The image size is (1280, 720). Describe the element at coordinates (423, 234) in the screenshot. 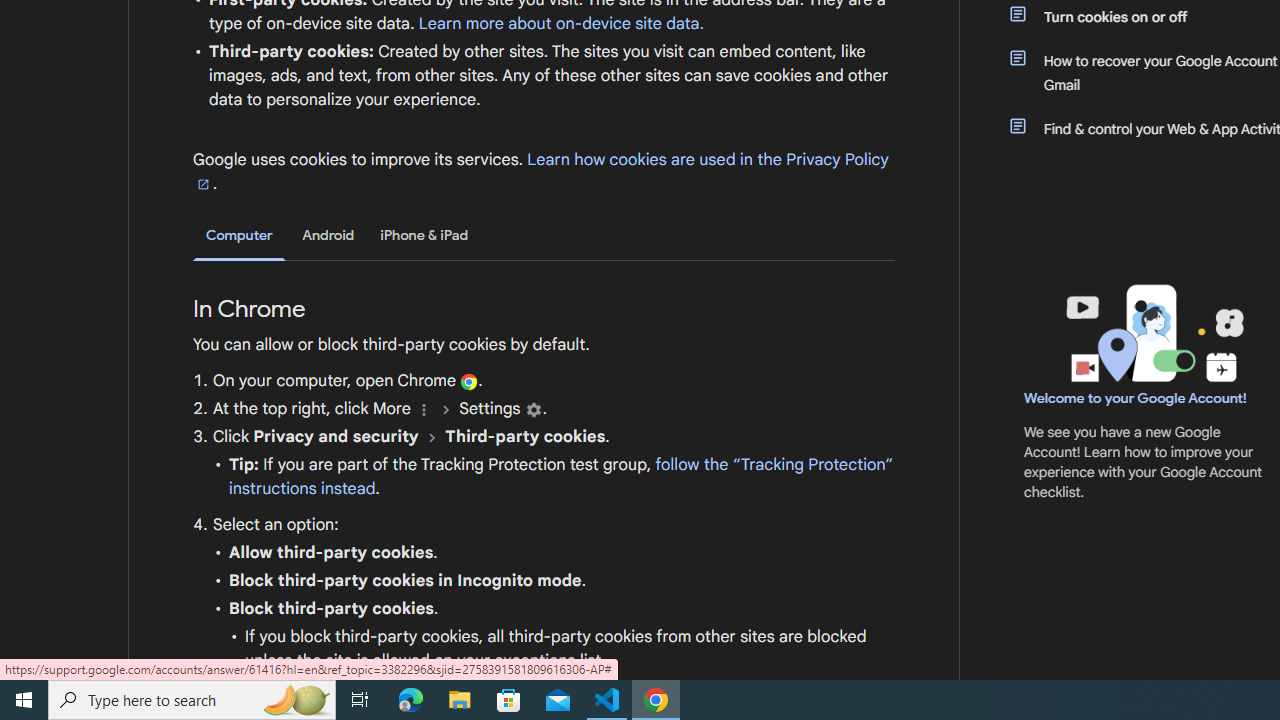

I see `'iPhone & iPad'` at that location.